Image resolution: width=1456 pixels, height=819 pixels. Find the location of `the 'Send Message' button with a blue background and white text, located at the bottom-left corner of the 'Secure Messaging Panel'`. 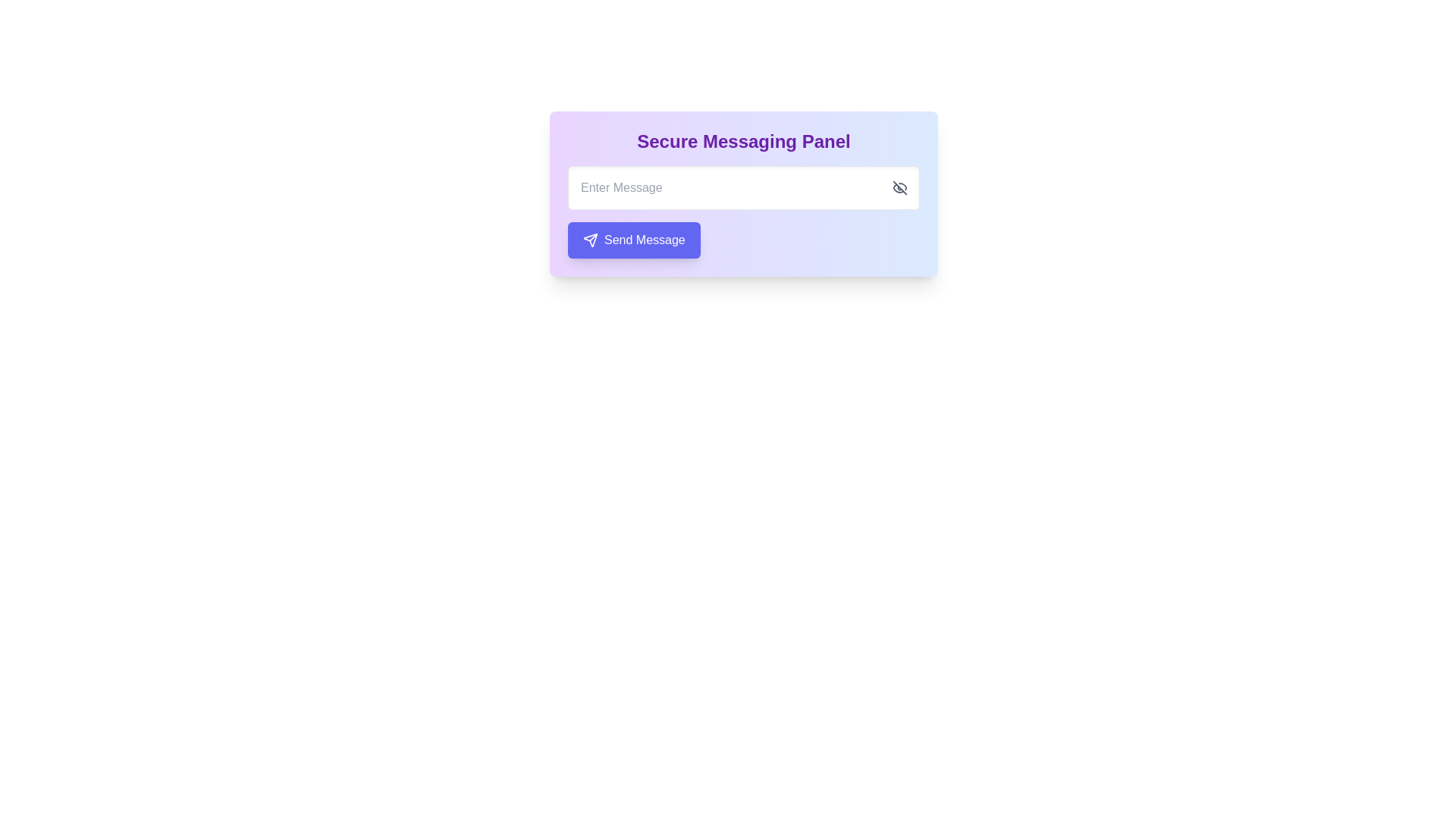

the 'Send Message' button with a blue background and white text, located at the bottom-left corner of the 'Secure Messaging Panel' is located at coordinates (634, 239).